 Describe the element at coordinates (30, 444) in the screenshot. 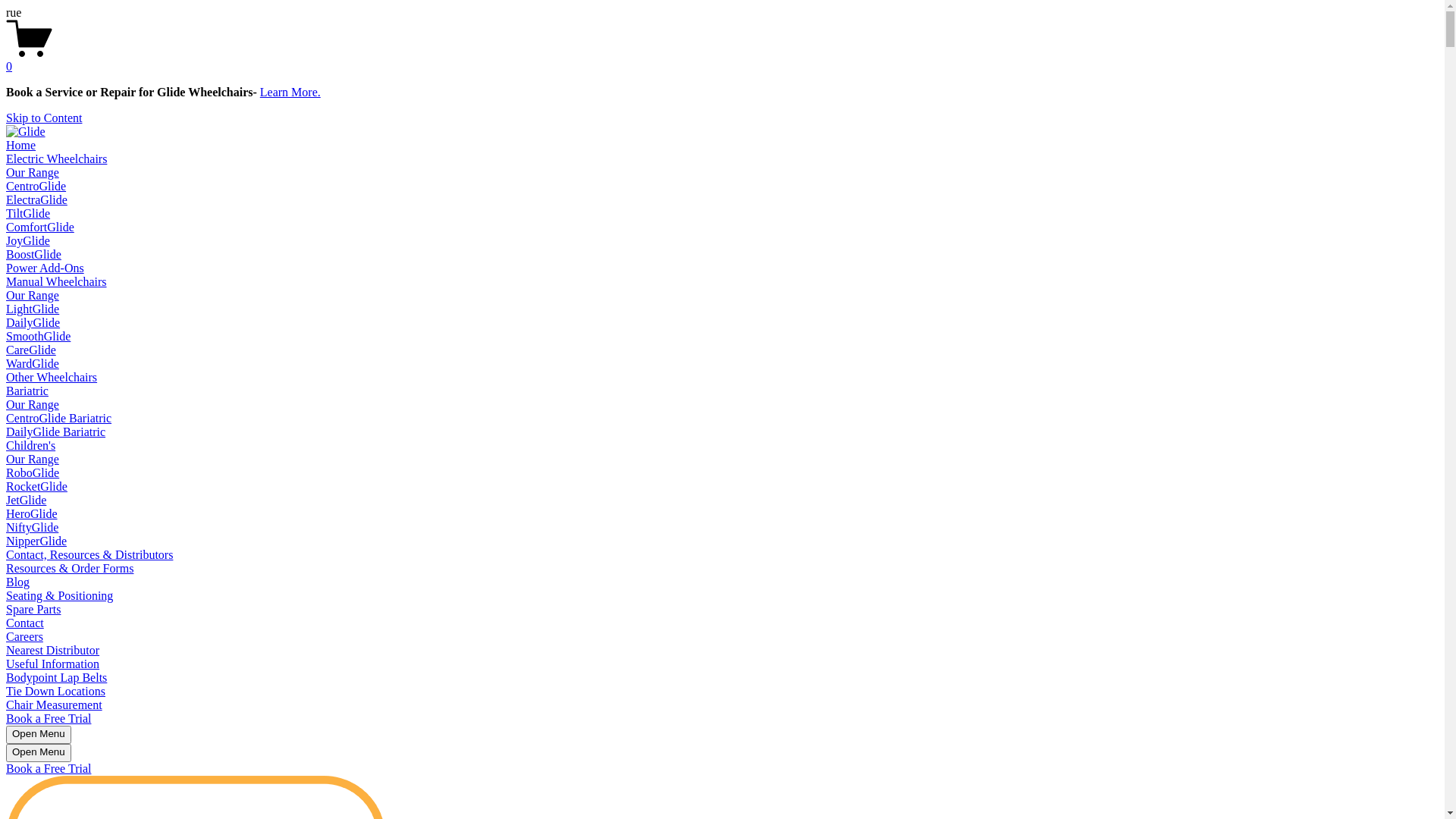

I see `'Children's'` at that location.